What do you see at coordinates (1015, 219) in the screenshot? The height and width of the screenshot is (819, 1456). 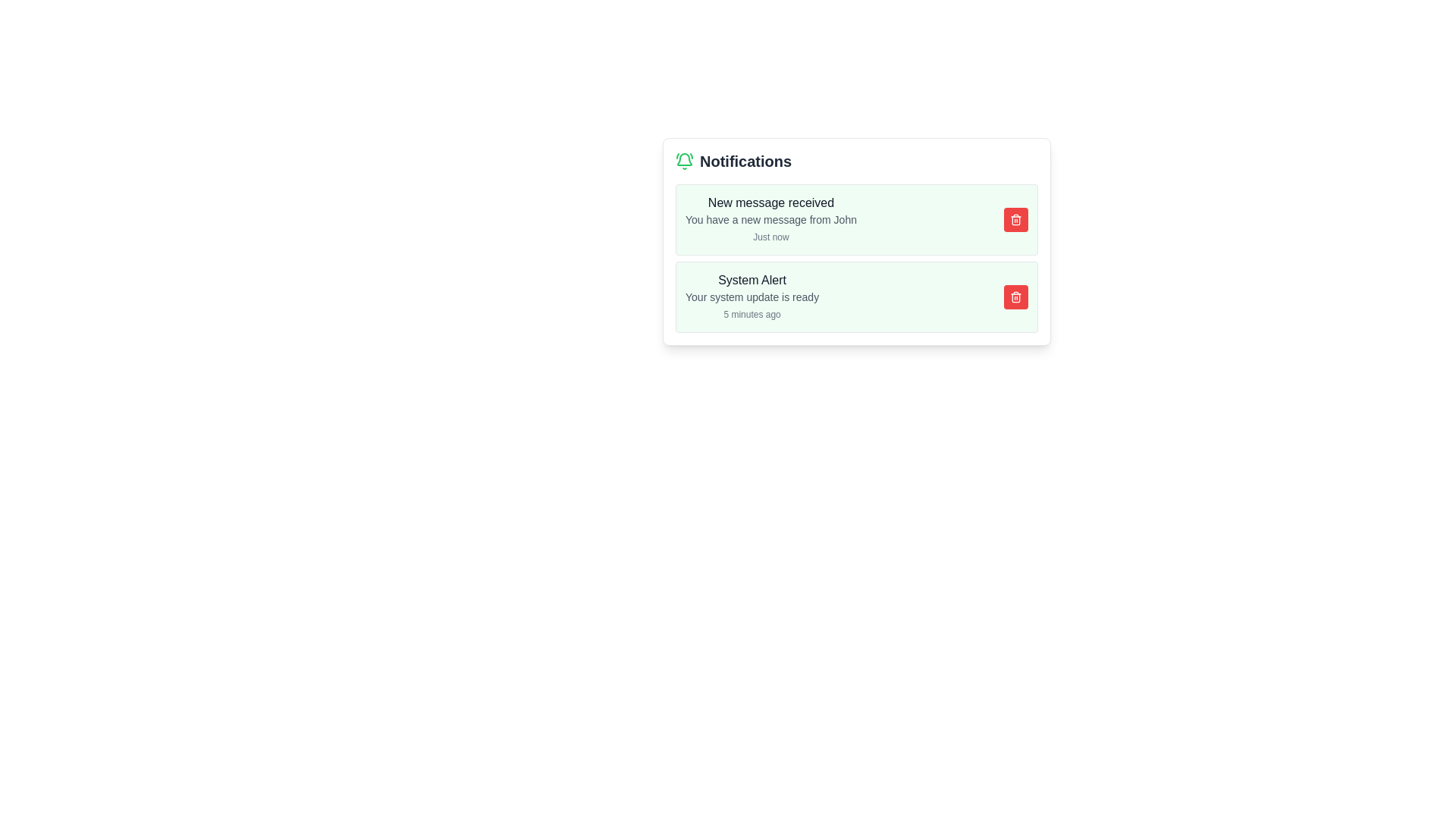 I see `the delete button located in the top-right corner of the 'New message received' notification` at bounding box center [1015, 219].